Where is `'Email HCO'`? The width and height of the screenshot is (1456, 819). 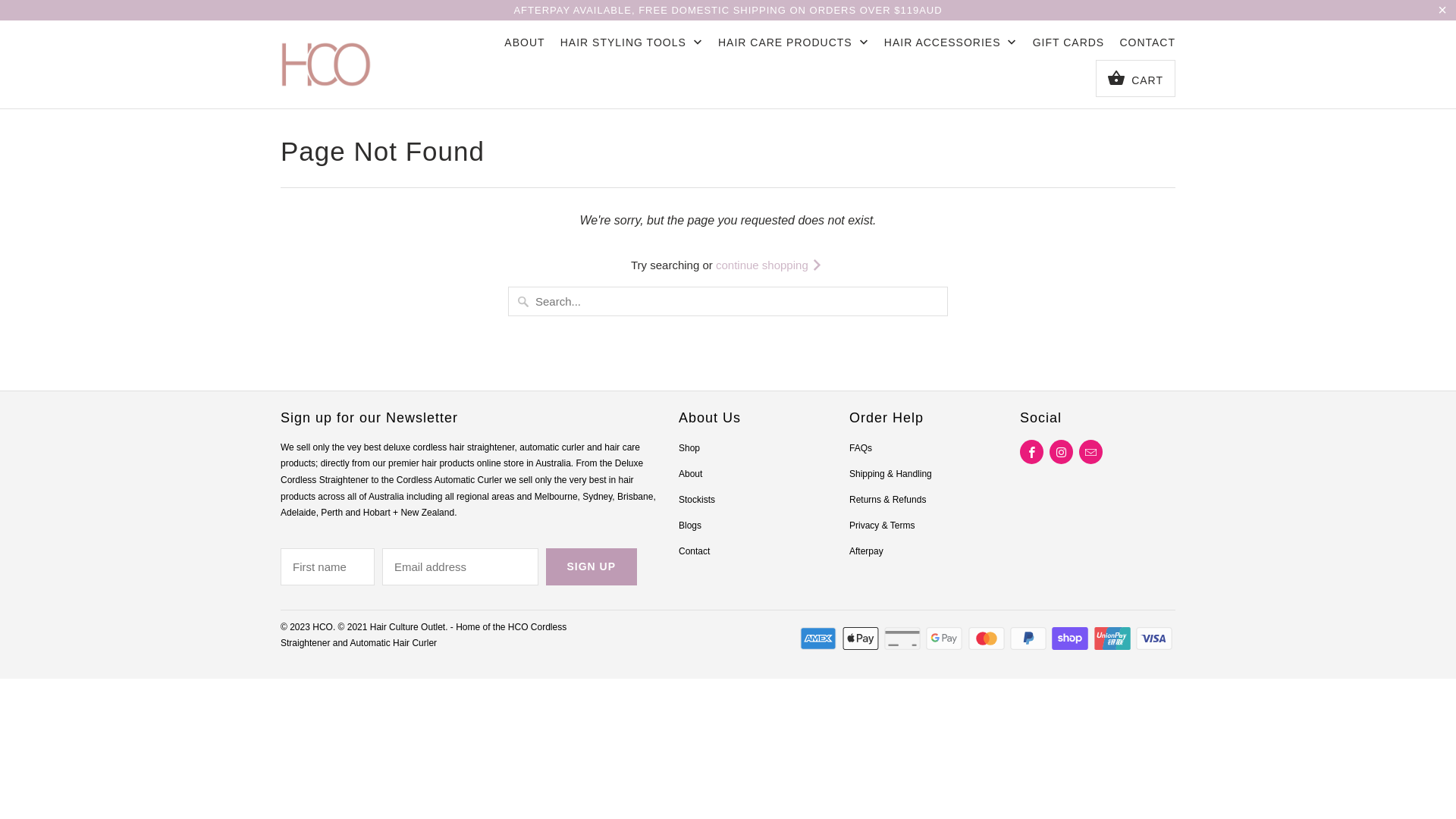
'Email HCO' is located at coordinates (1090, 451).